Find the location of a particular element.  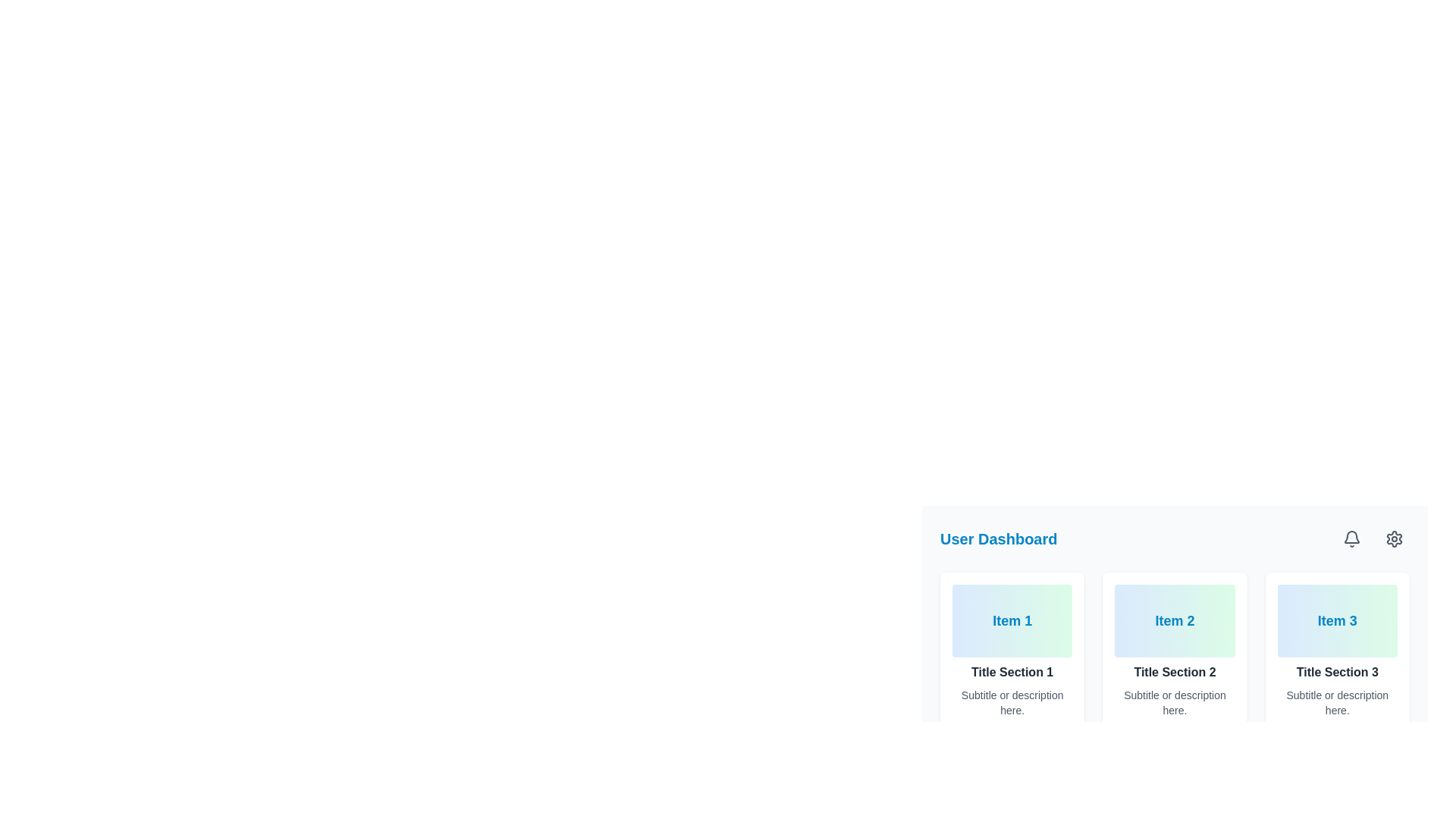

keyboard navigation is located at coordinates (1394, 538).